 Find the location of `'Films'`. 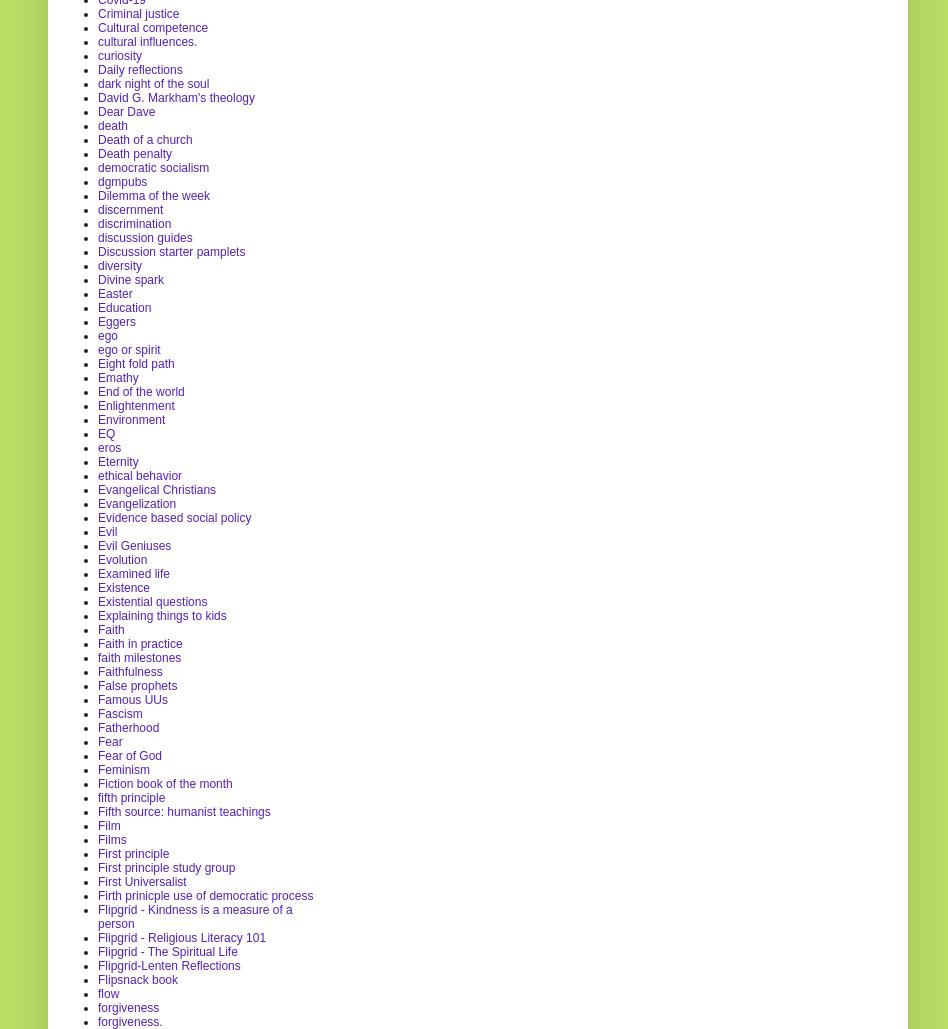

'Films' is located at coordinates (111, 838).